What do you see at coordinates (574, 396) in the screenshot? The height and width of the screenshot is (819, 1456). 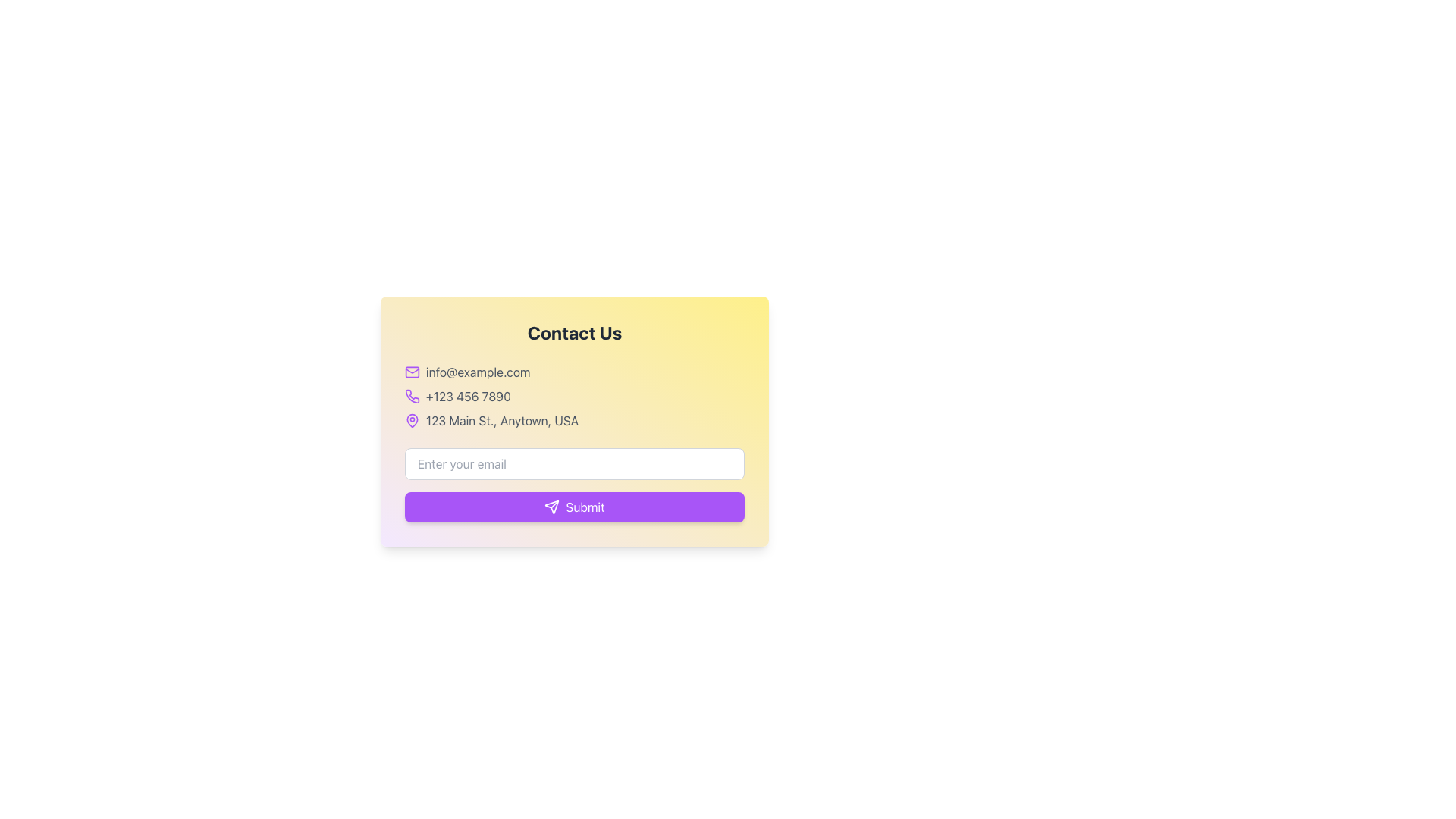 I see `the Information group that provides contact information, located below the 'Contact Us' title and above the email input field` at bounding box center [574, 396].